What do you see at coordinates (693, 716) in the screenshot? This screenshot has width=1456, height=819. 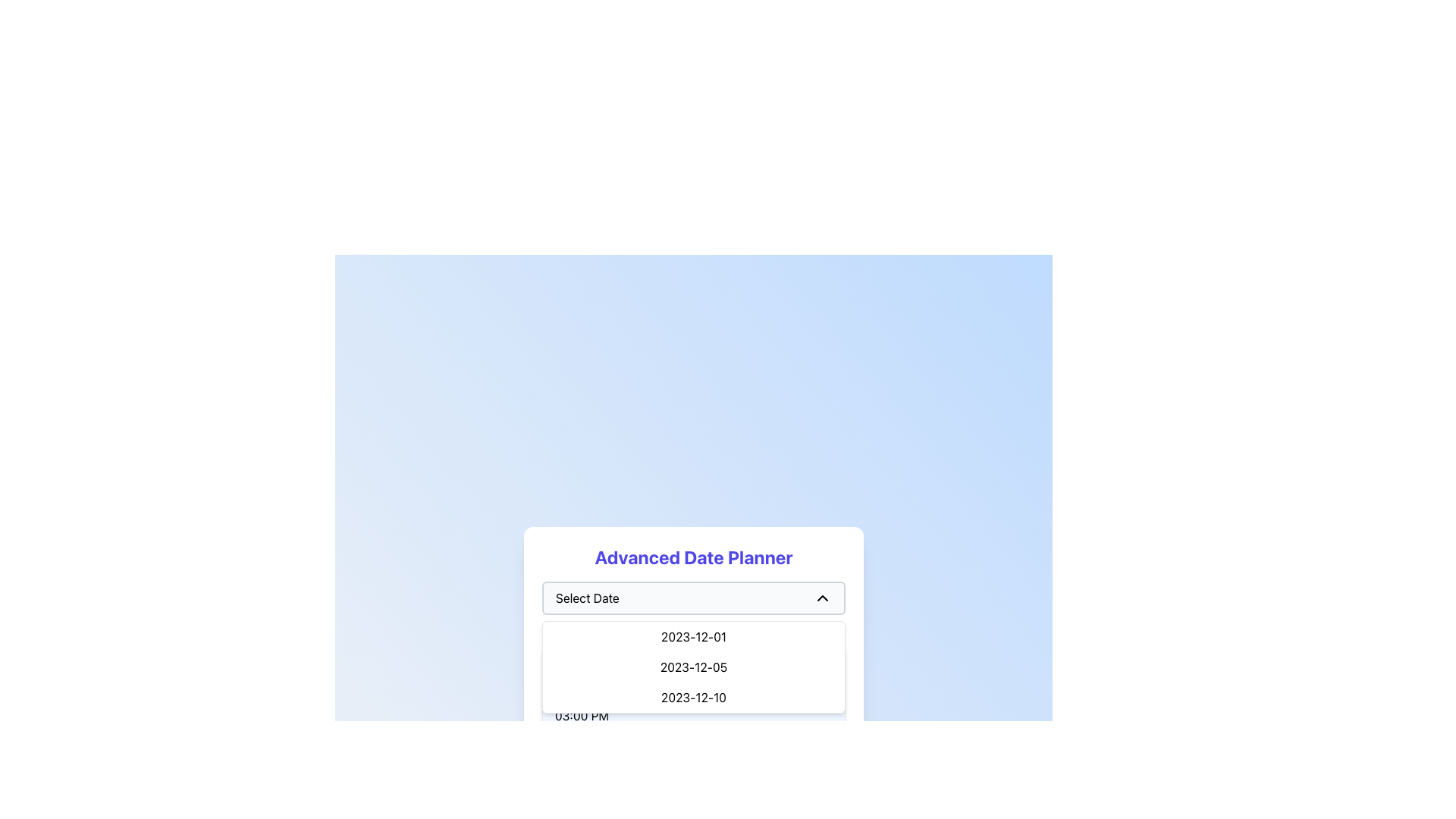 I see `the selectable time option '03:00 PM'` at bounding box center [693, 716].